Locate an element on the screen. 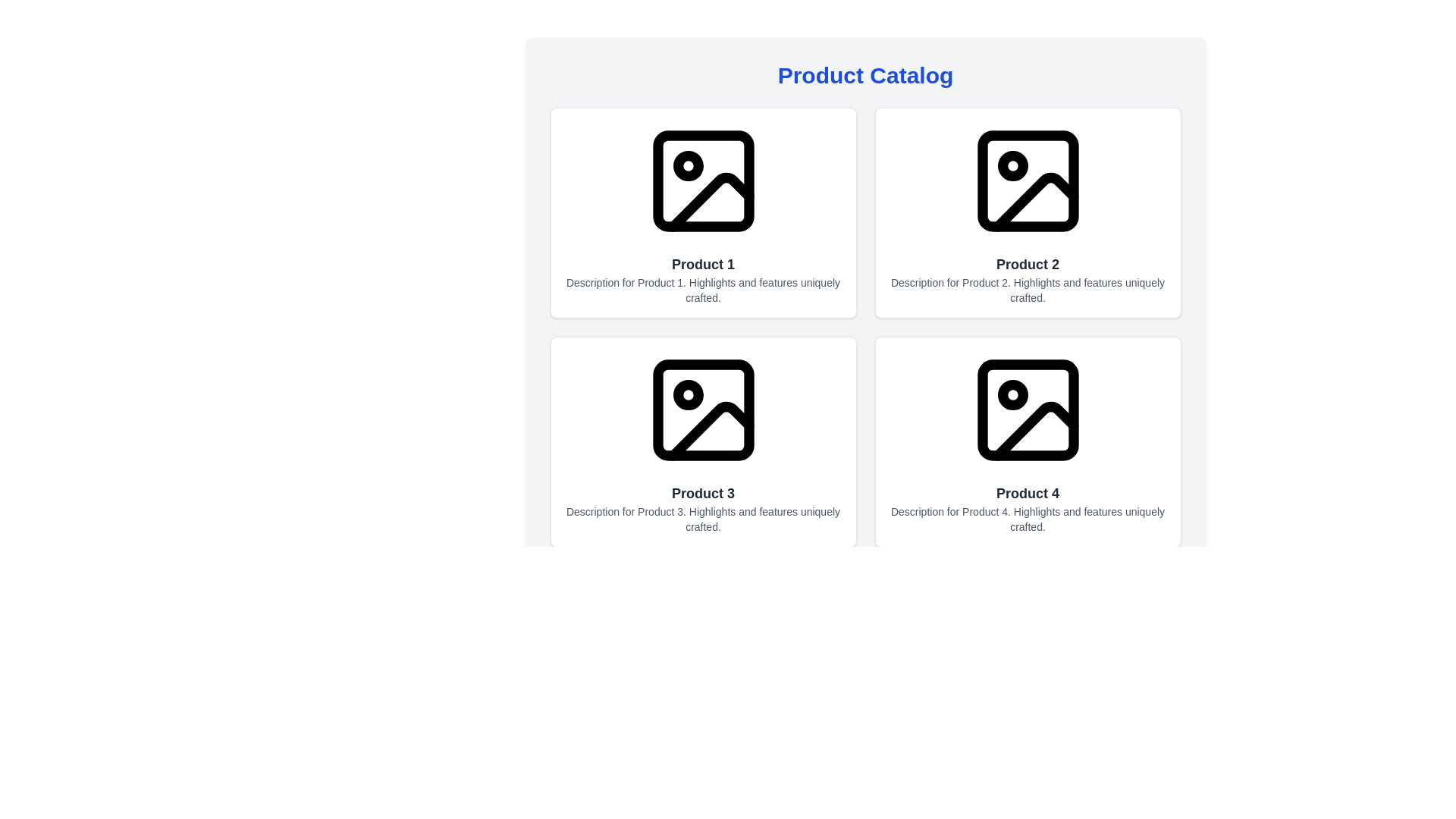 This screenshot has height=819, width=1456. the Image placeholder icon (SVG graphic) that visually represents an image for 'Product 4', located in the upper section of its card is located at coordinates (1028, 409).